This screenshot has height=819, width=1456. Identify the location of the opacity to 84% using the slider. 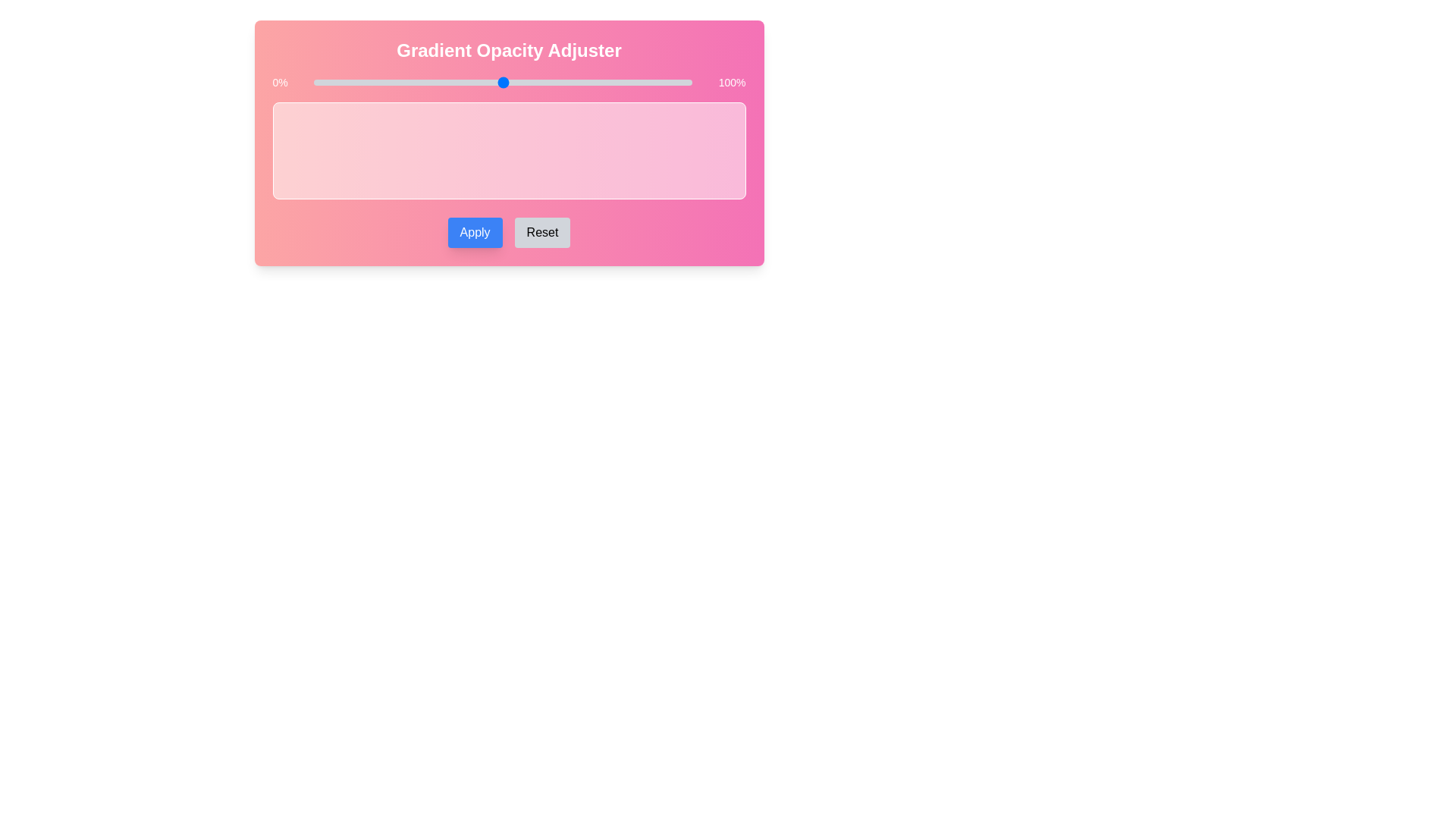
(632, 82).